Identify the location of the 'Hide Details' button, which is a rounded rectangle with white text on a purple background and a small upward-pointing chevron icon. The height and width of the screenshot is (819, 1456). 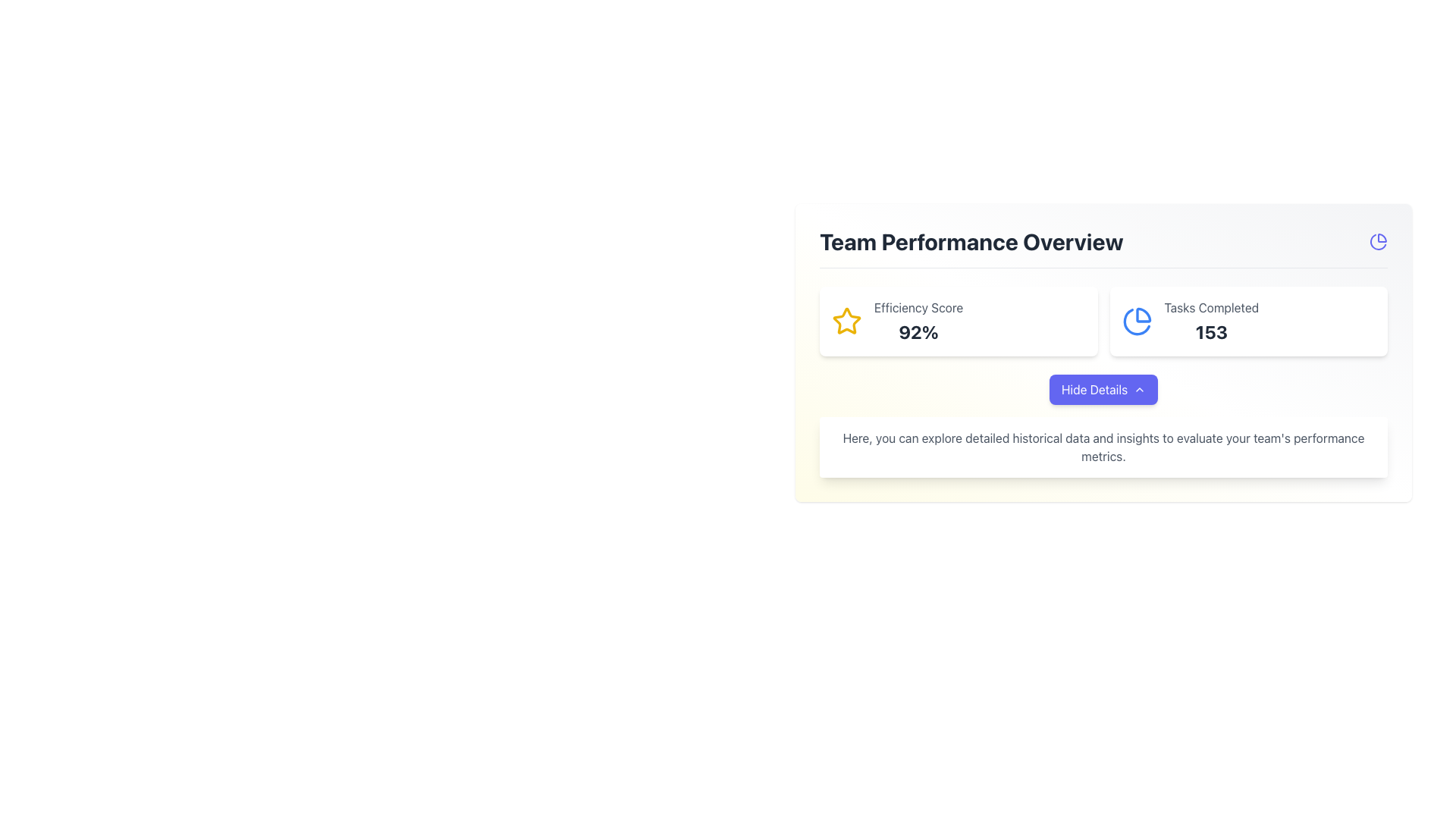
(1103, 388).